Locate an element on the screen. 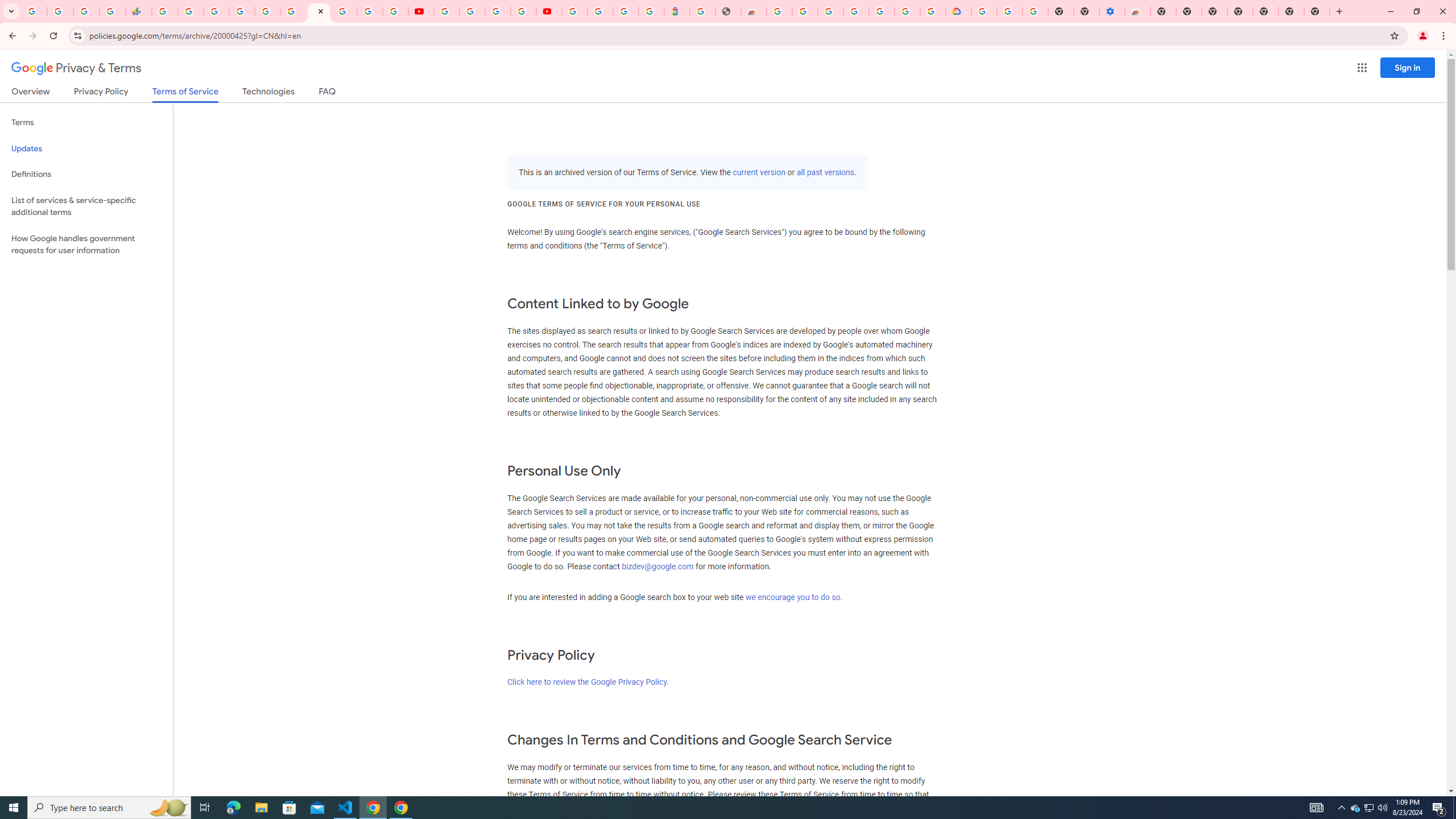 The height and width of the screenshot is (819, 1456). 'Chrome Web Store - Household' is located at coordinates (753, 11).